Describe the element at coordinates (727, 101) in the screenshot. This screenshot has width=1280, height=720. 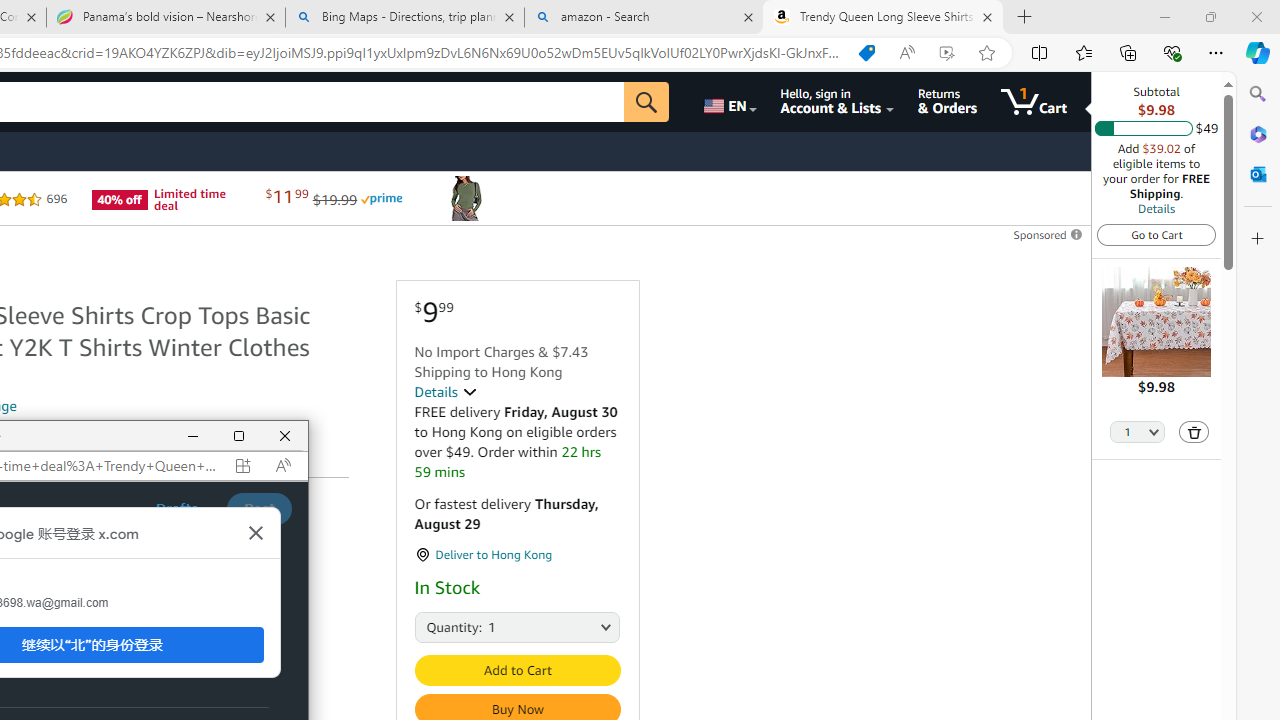
I see `'Choose a language for shopping.'` at that location.